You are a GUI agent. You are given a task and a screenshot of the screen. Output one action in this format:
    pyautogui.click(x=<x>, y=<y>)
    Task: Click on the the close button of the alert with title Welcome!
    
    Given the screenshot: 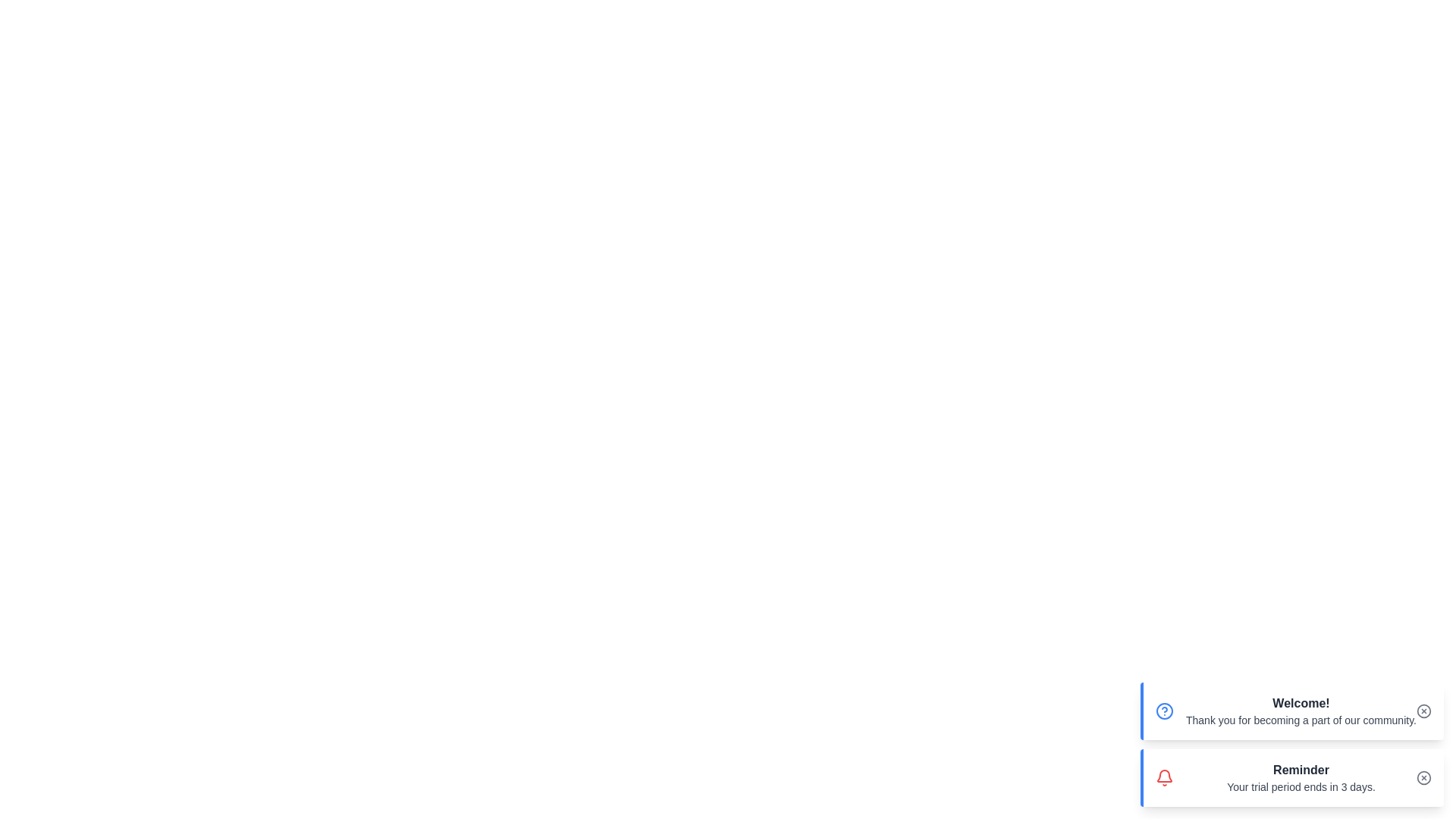 What is the action you would take?
    pyautogui.click(x=1423, y=711)
    